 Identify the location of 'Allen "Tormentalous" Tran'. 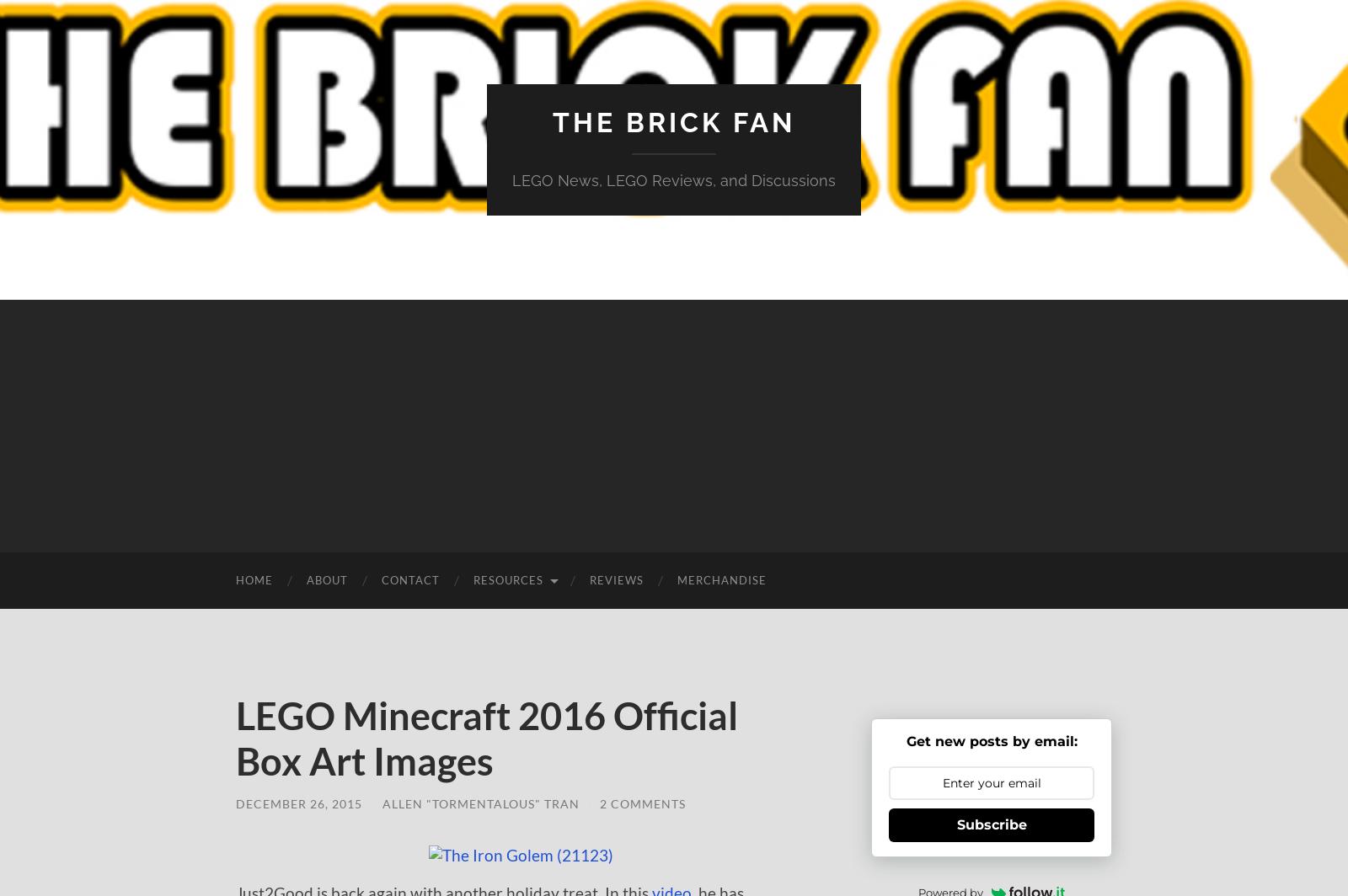
(480, 803).